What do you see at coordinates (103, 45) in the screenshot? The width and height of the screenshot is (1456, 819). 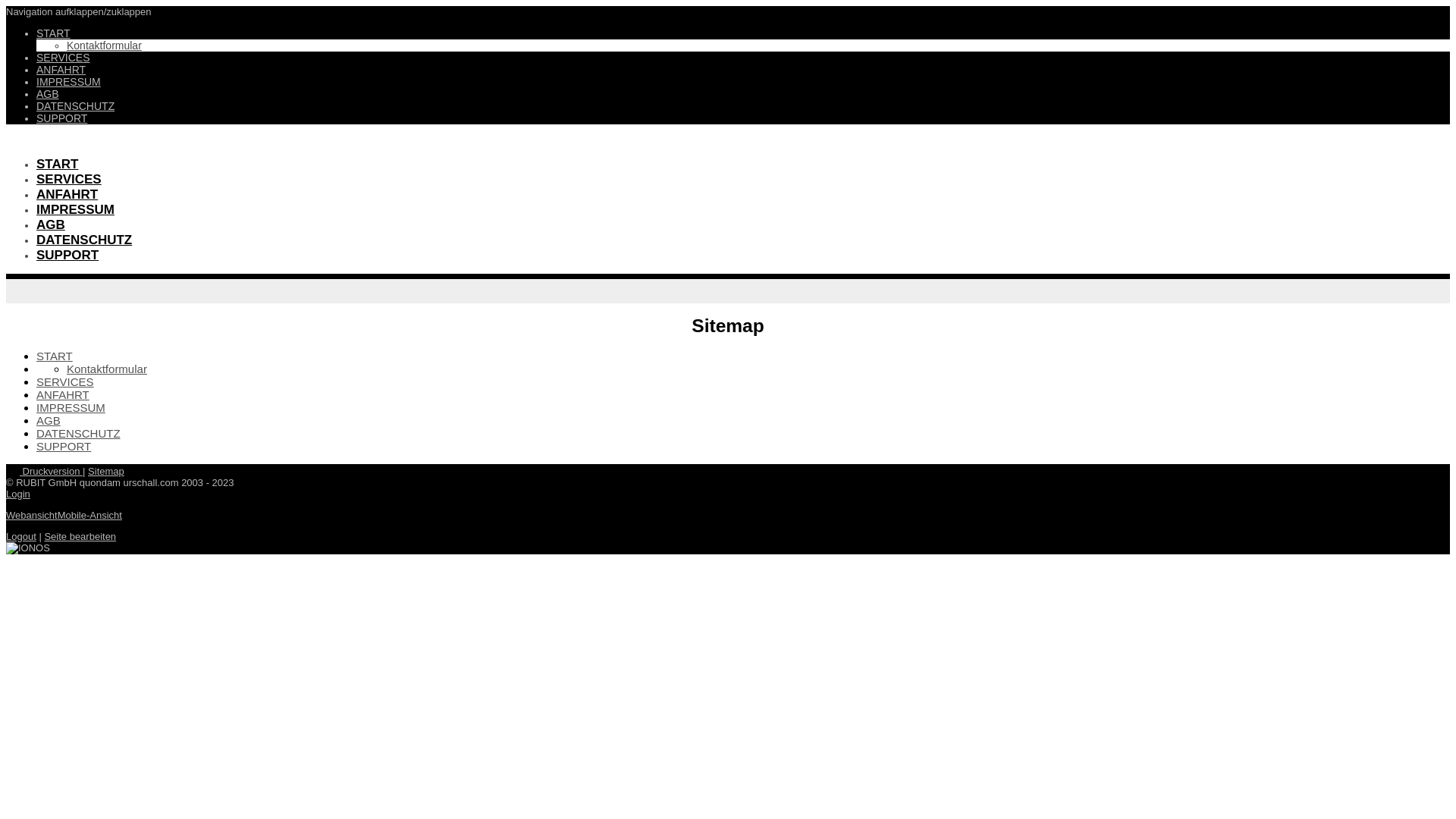 I see `'Kontaktformular'` at bounding box center [103, 45].